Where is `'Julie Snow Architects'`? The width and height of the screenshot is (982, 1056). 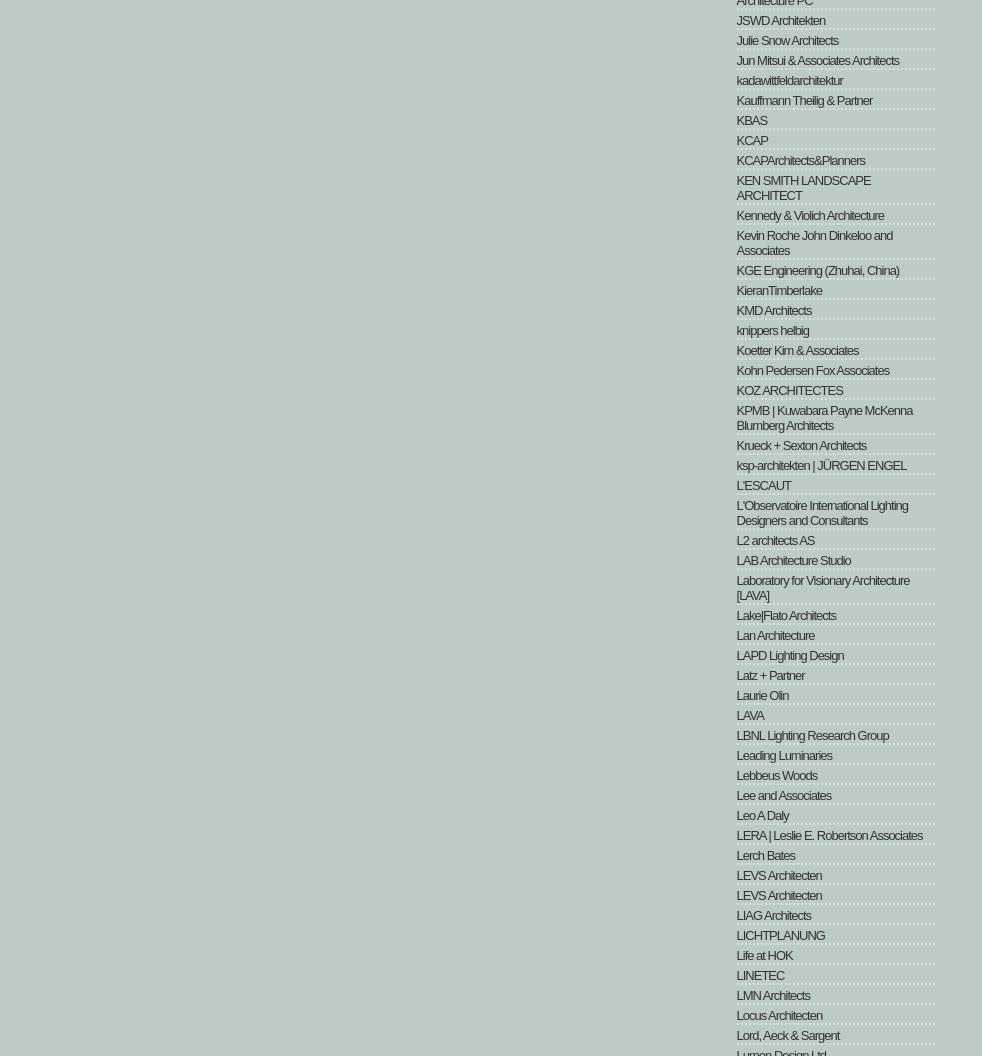 'Julie Snow Architects' is located at coordinates (786, 40).